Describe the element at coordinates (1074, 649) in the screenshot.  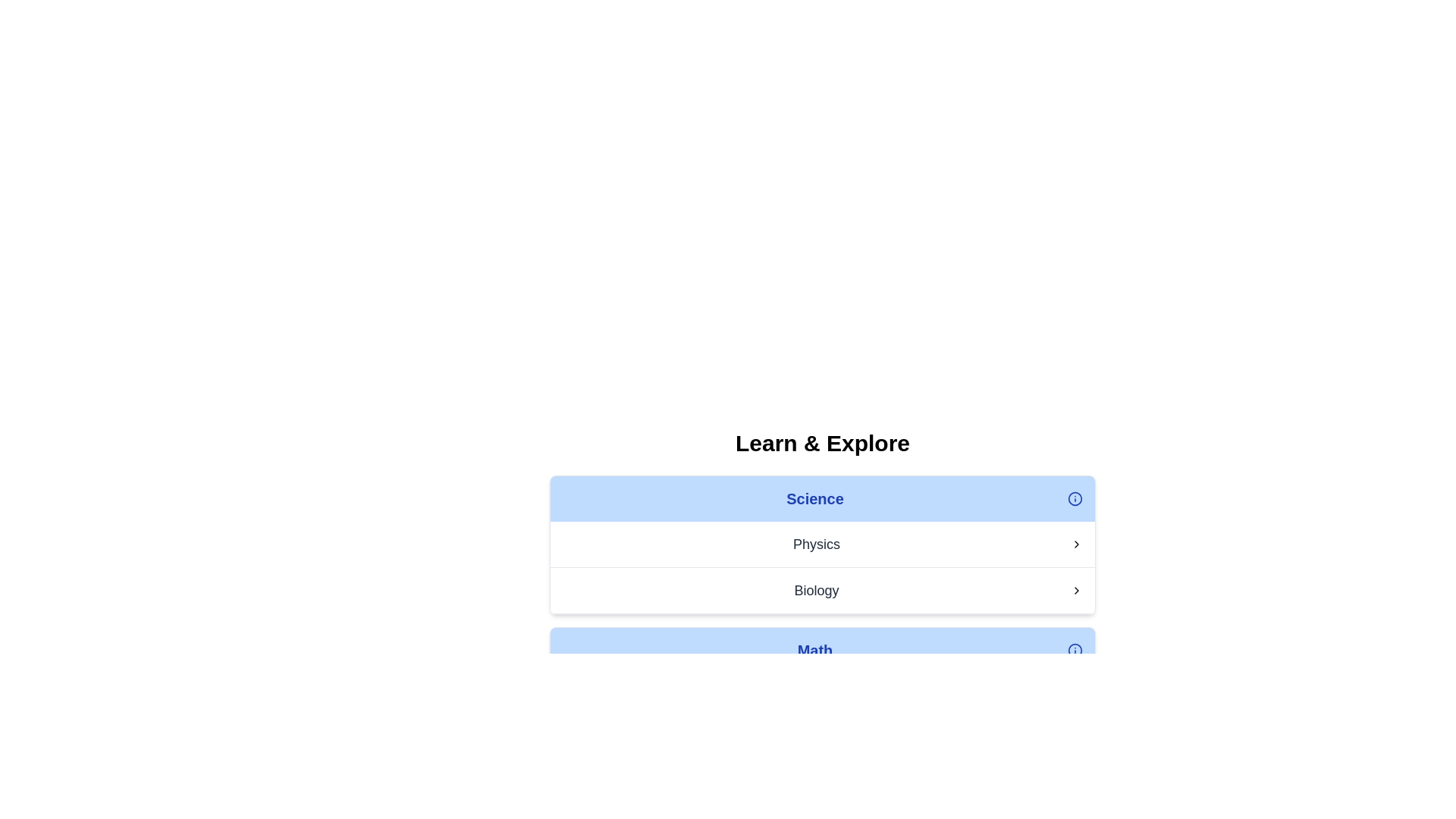
I see `SVG circle element with a blue outline that is part of the informational icon located in the top-right corner of the 'Science' header area` at that location.